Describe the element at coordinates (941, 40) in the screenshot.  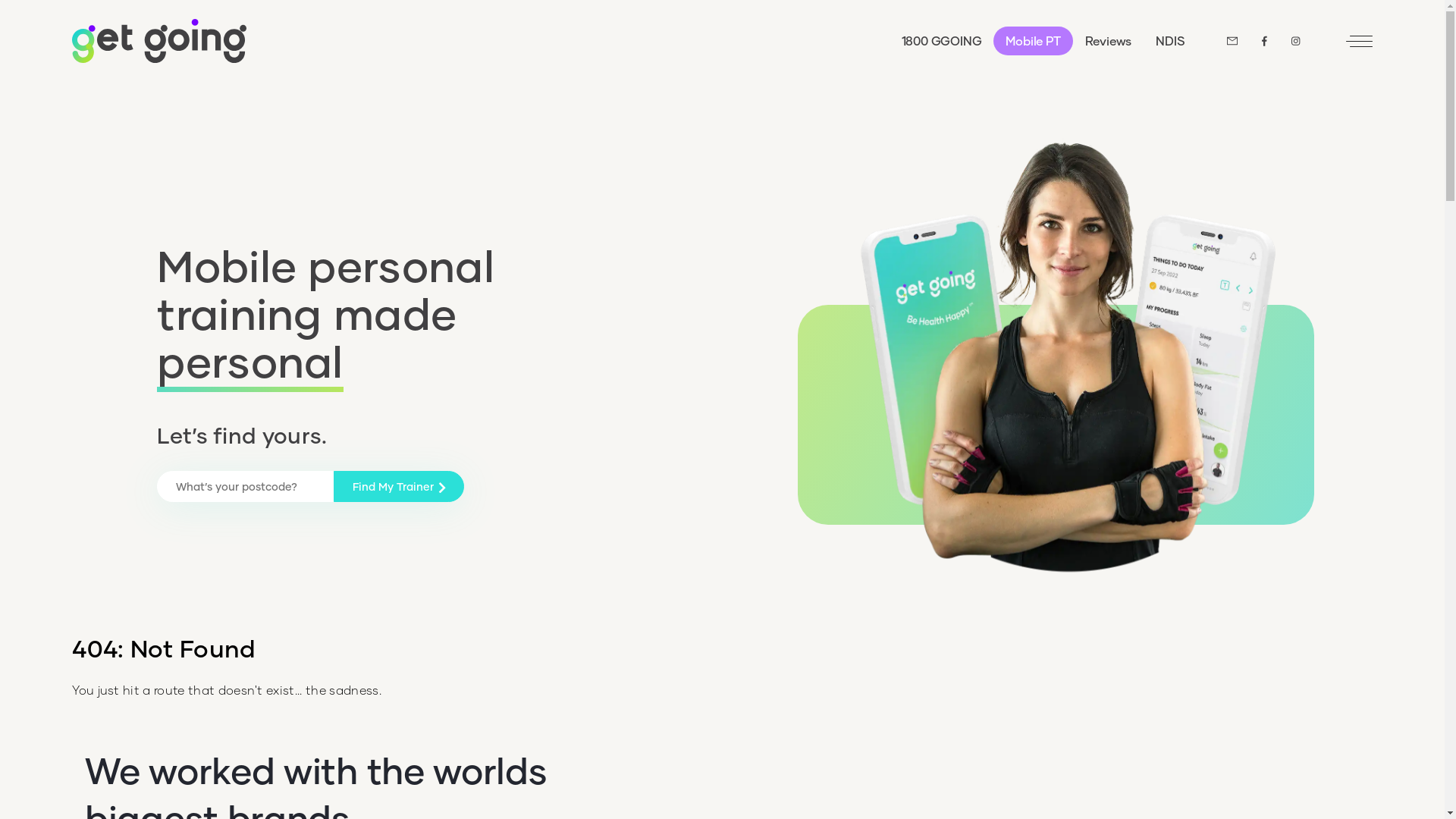
I see `'1800 GGOING'` at that location.